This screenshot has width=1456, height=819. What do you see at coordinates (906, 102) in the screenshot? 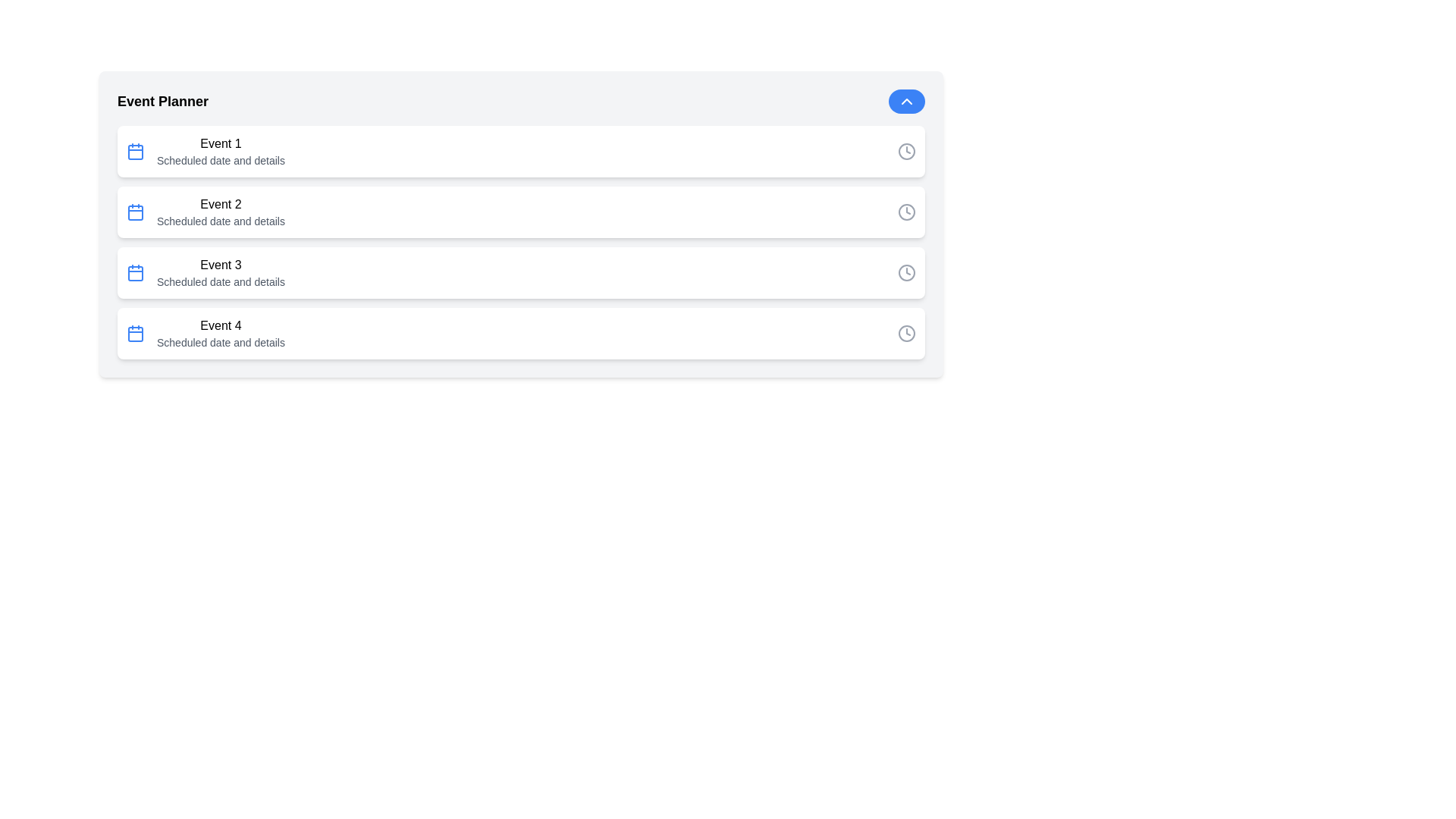
I see `the keyboard navigation on the upward-facing chevron icon located within the rounded button with a blue background at the upper-right corner of the 'Event Planner' section` at bounding box center [906, 102].